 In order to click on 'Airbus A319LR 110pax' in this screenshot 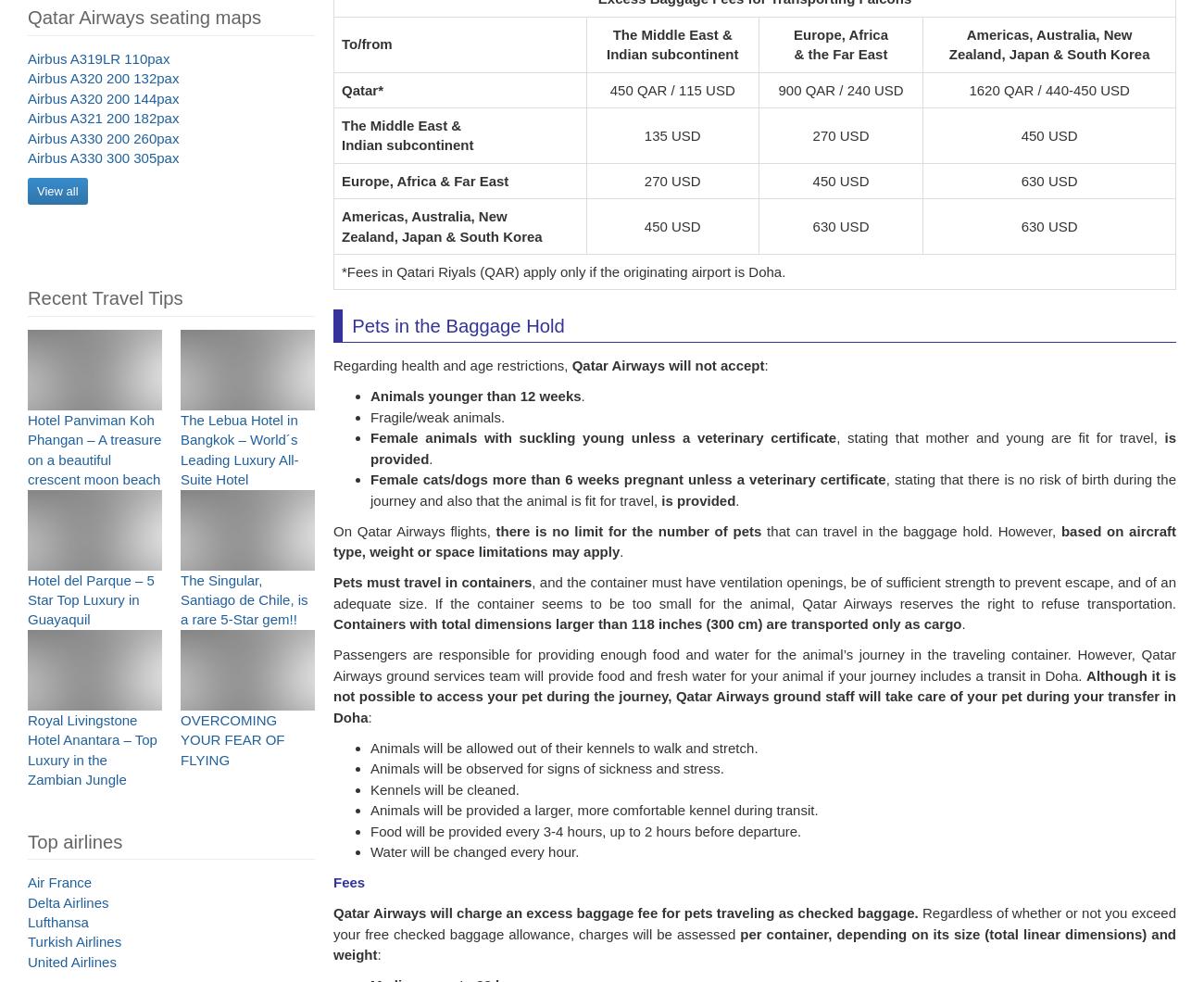, I will do `click(98, 69)`.